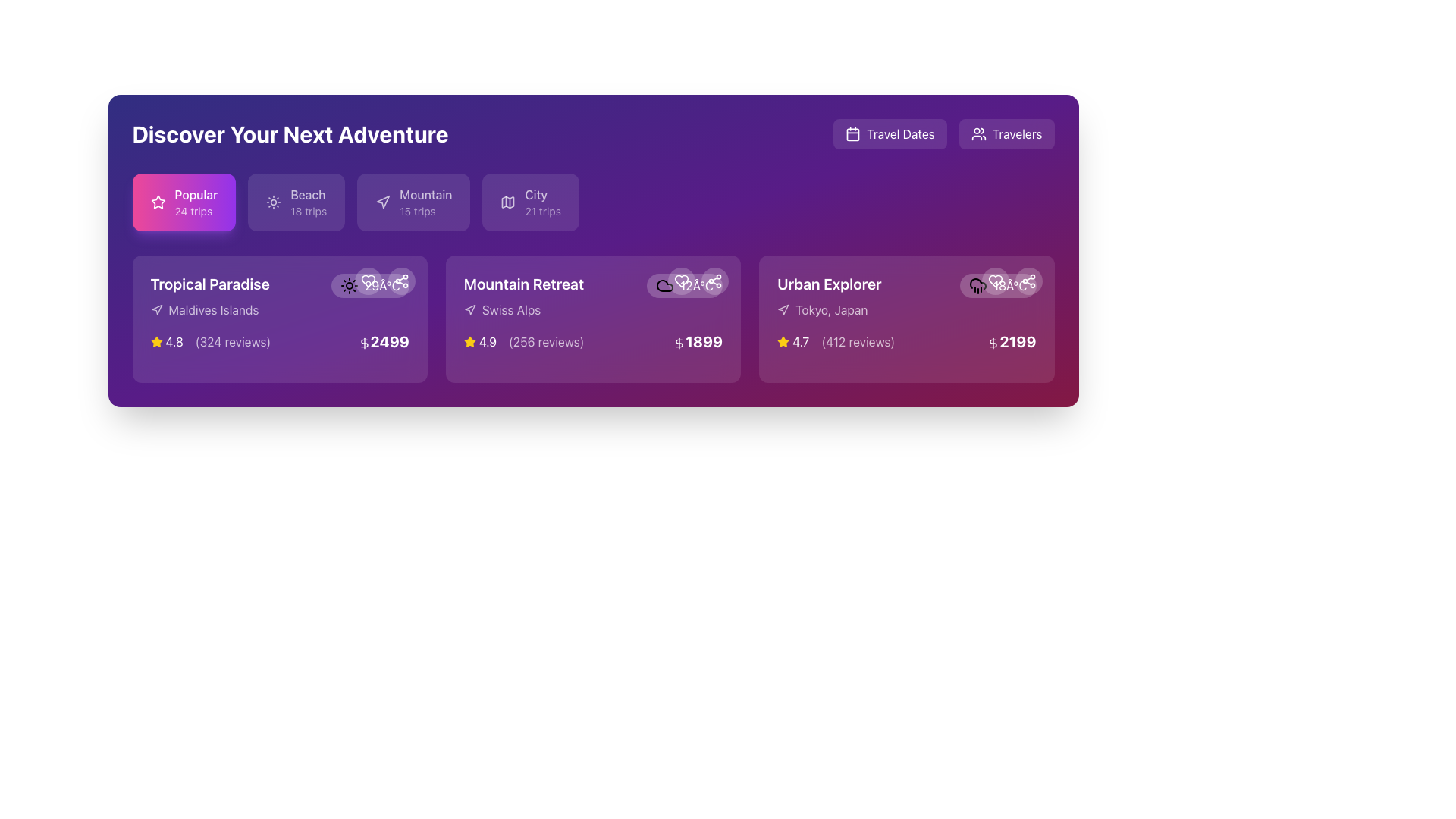 The width and height of the screenshot is (1456, 819). What do you see at coordinates (1028, 281) in the screenshot?
I see `the interactive icon button, which is a stylized representation of three interconnected circular nodes outlined in white, located on the right side of the 'Urban Explorer' card` at bounding box center [1028, 281].